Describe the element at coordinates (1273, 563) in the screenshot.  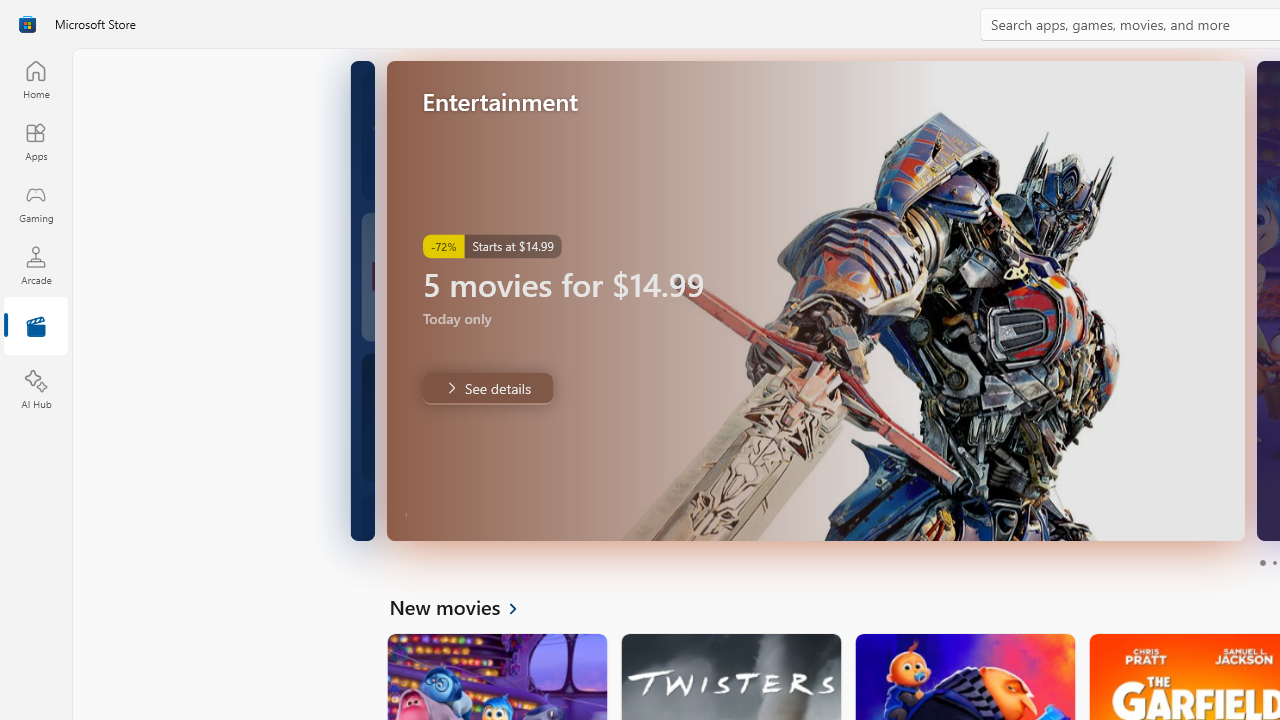
I see `'Page 2'` at that location.